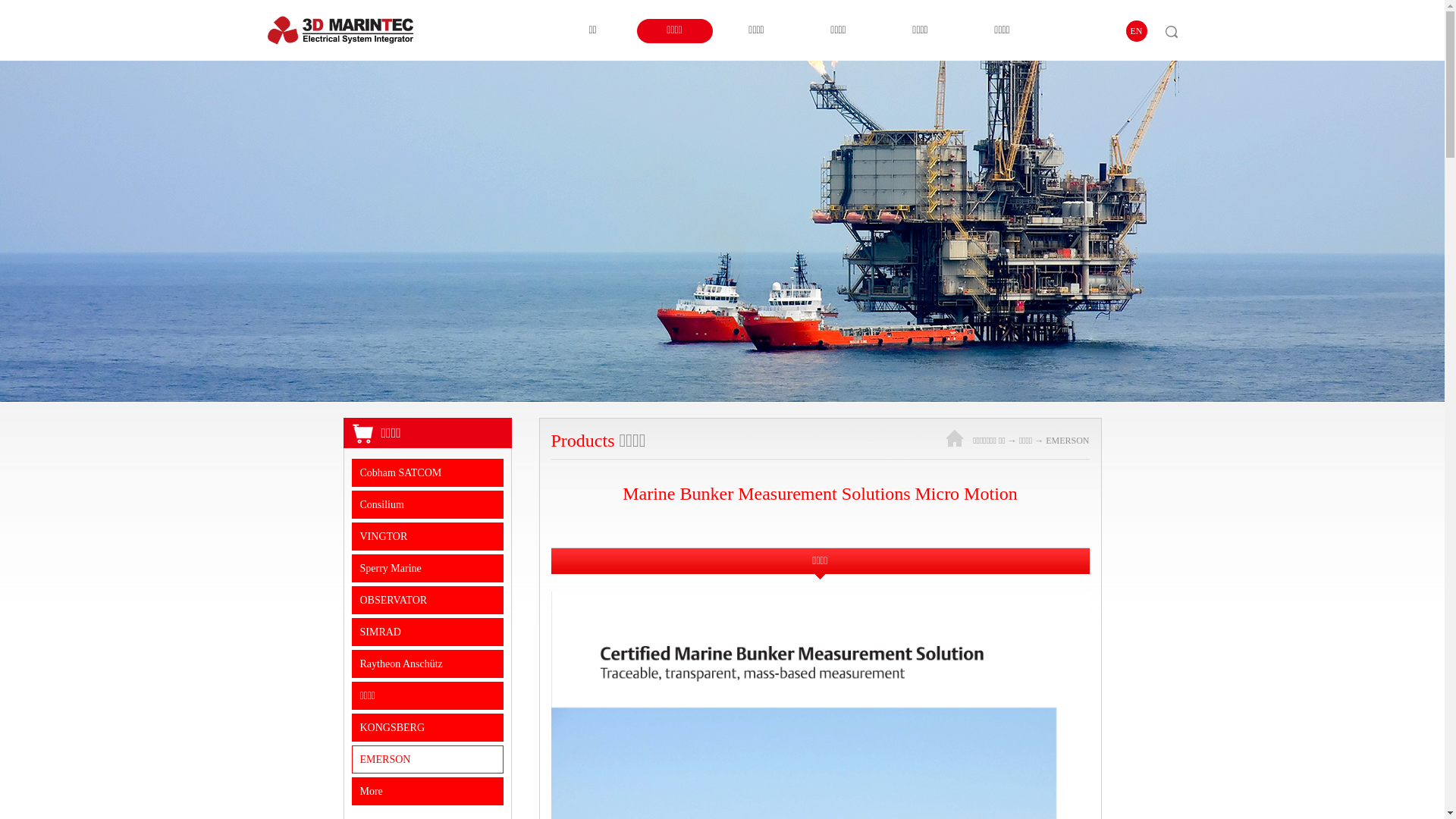 The width and height of the screenshot is (1456, 819). I want to click on 'VINGTOR', so click(427, 535).